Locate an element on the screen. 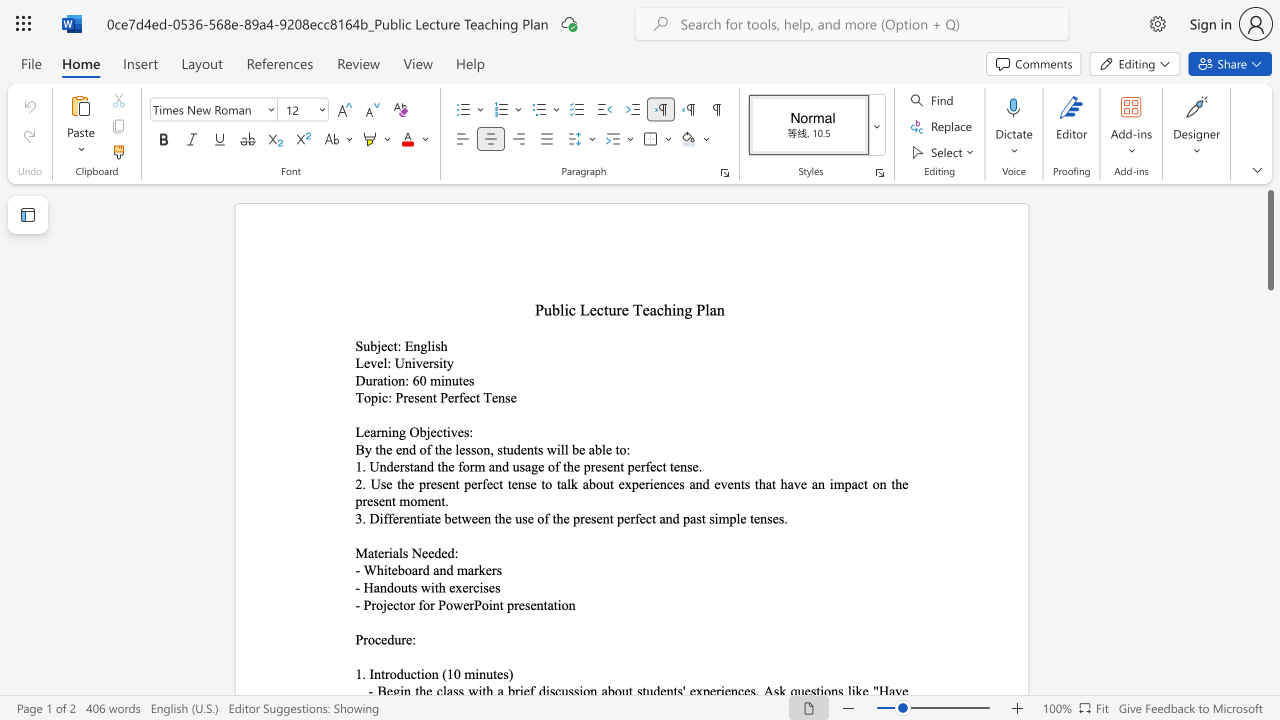 This screenshot has height=720, width=1280. the subset text "esson, students w" within the text "By the end of the lesson, students will be able to:" is located at coordinates (458, 448).